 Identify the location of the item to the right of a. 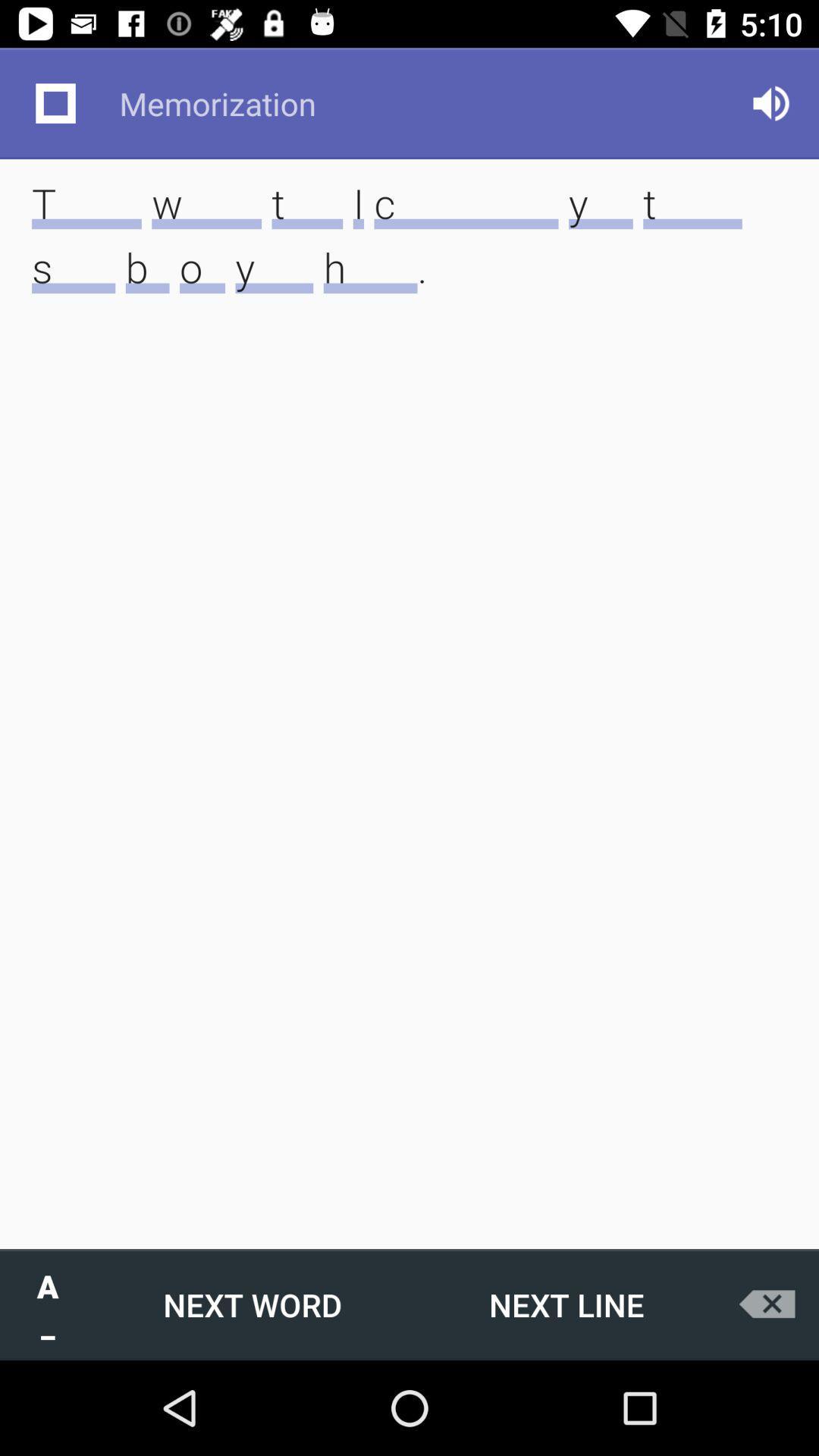
(251, 1304).